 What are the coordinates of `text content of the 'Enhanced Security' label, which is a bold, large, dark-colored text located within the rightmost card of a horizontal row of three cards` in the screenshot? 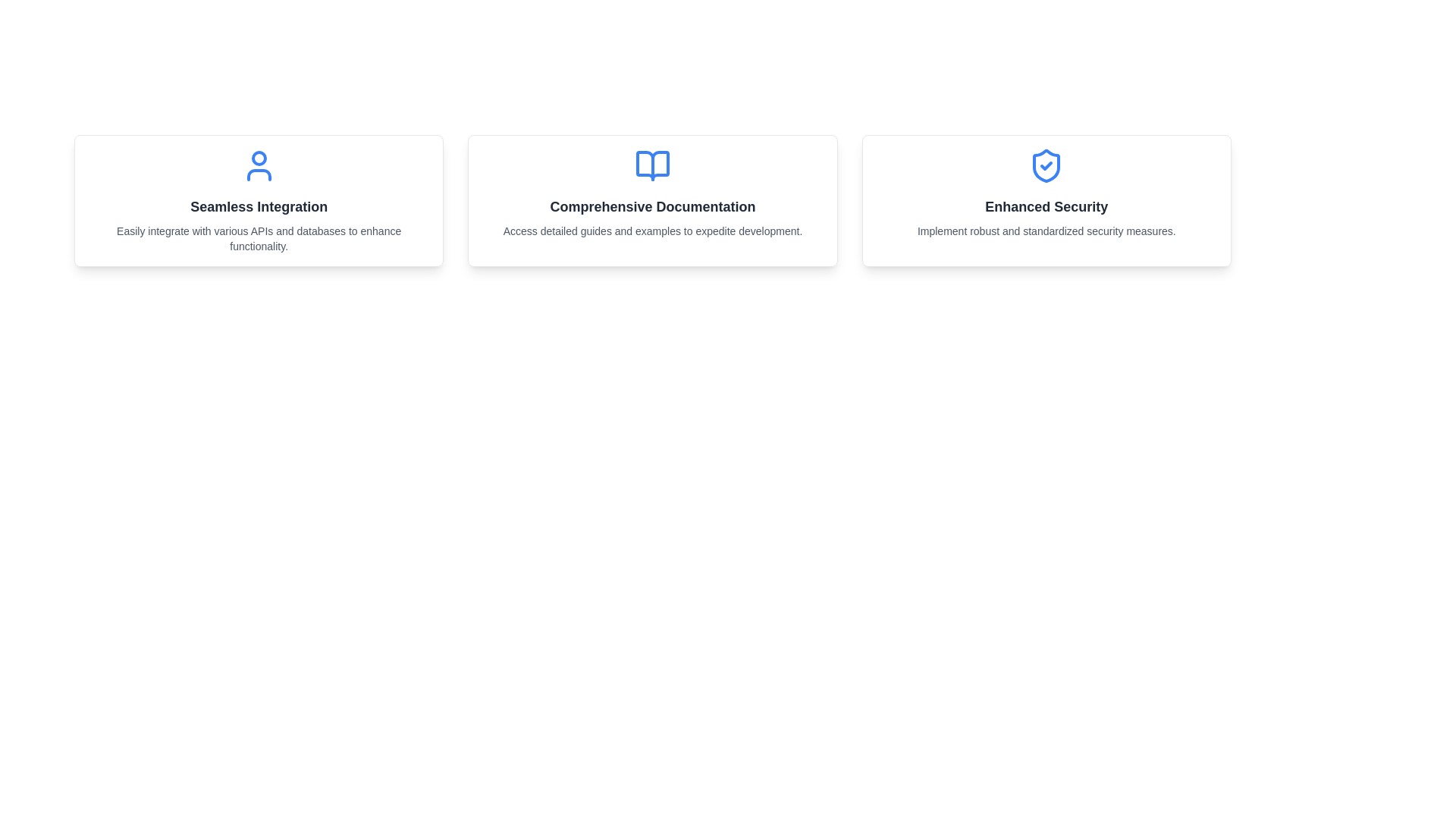 It's located at (1046, 207).